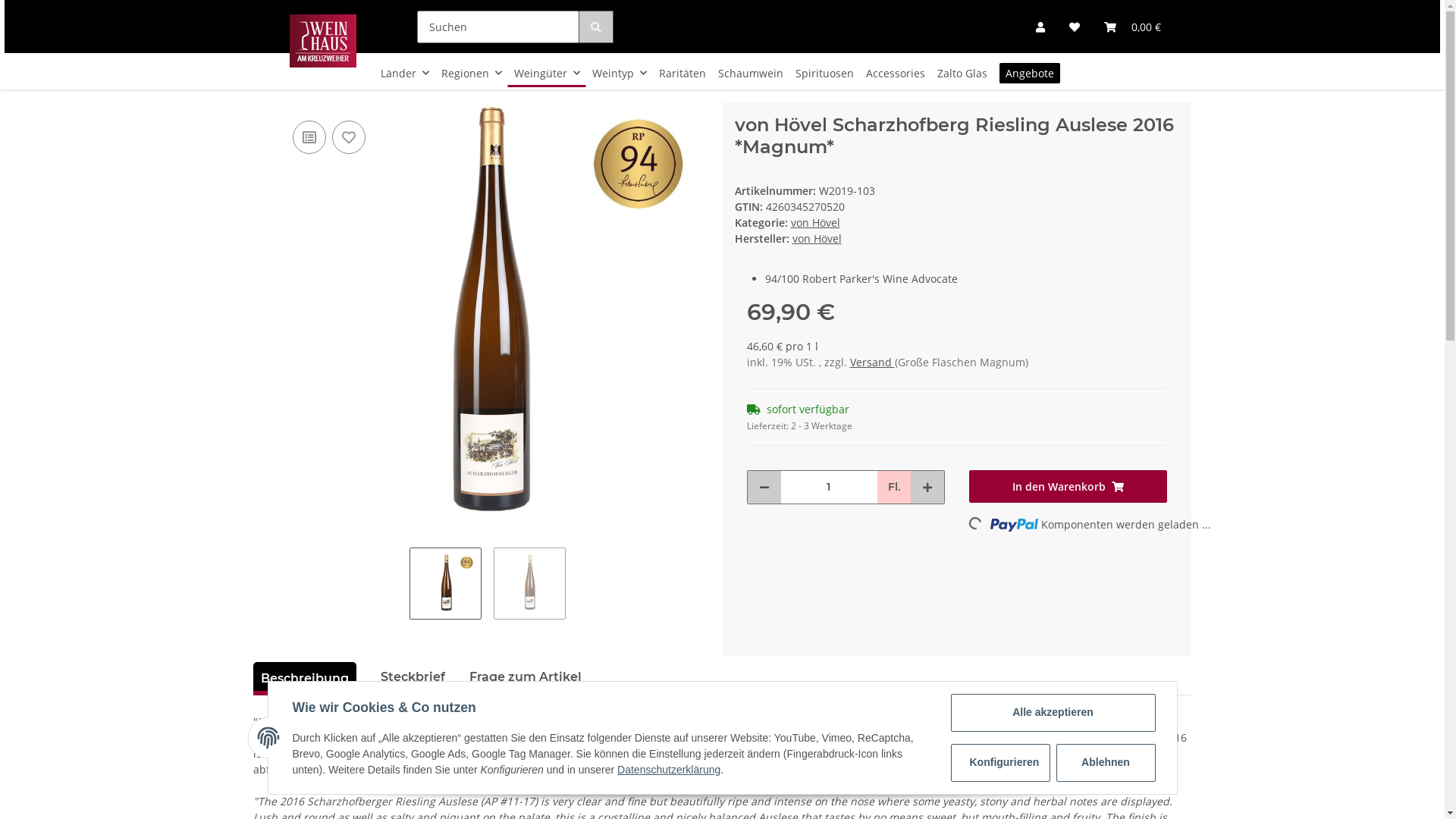 The width and height of the screenshot is (1456, 819). Describe the element at coordinates (949, 763) in the screenshot. I see `'Konfigurieren'` at that location.